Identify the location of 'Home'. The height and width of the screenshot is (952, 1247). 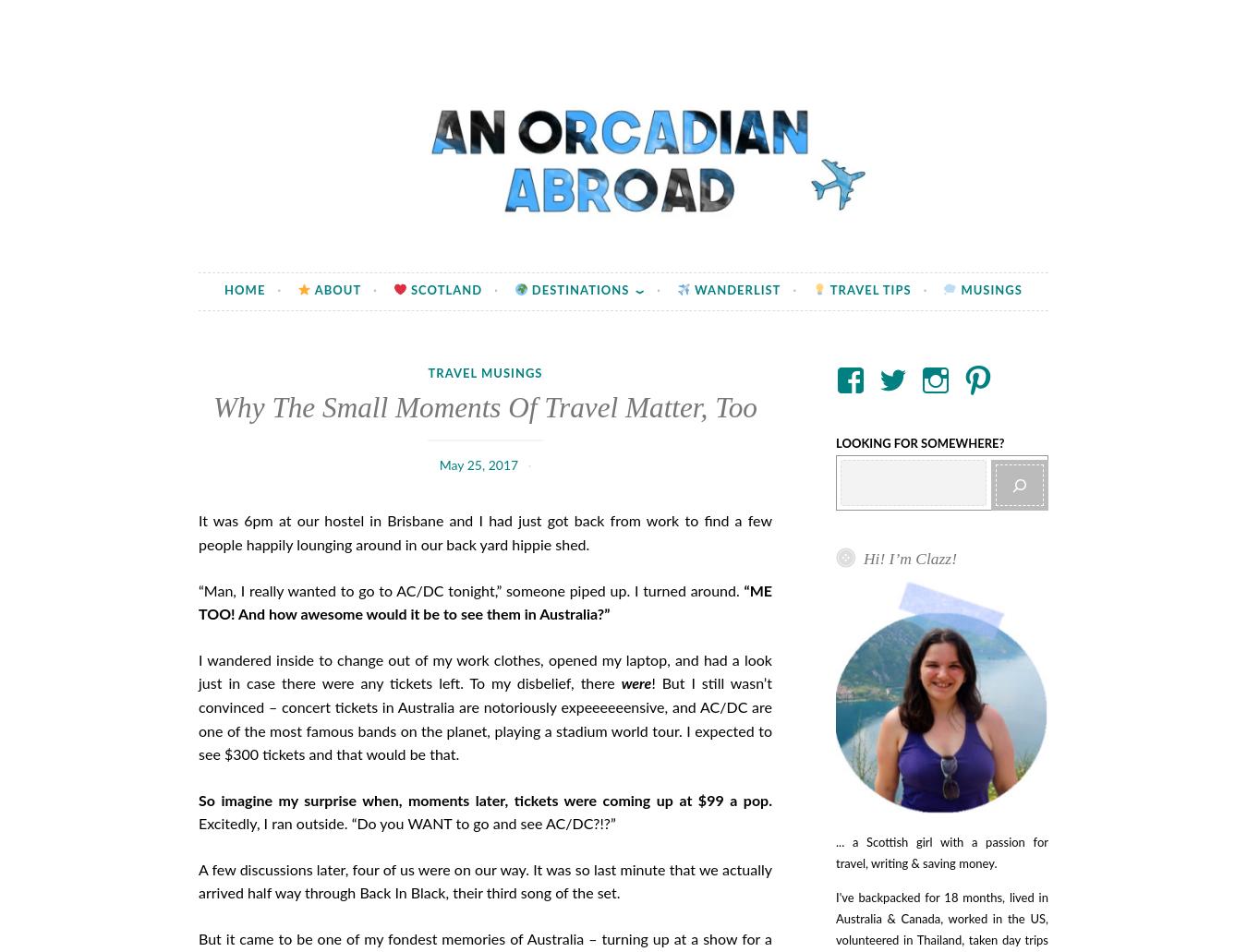
(224, 289).